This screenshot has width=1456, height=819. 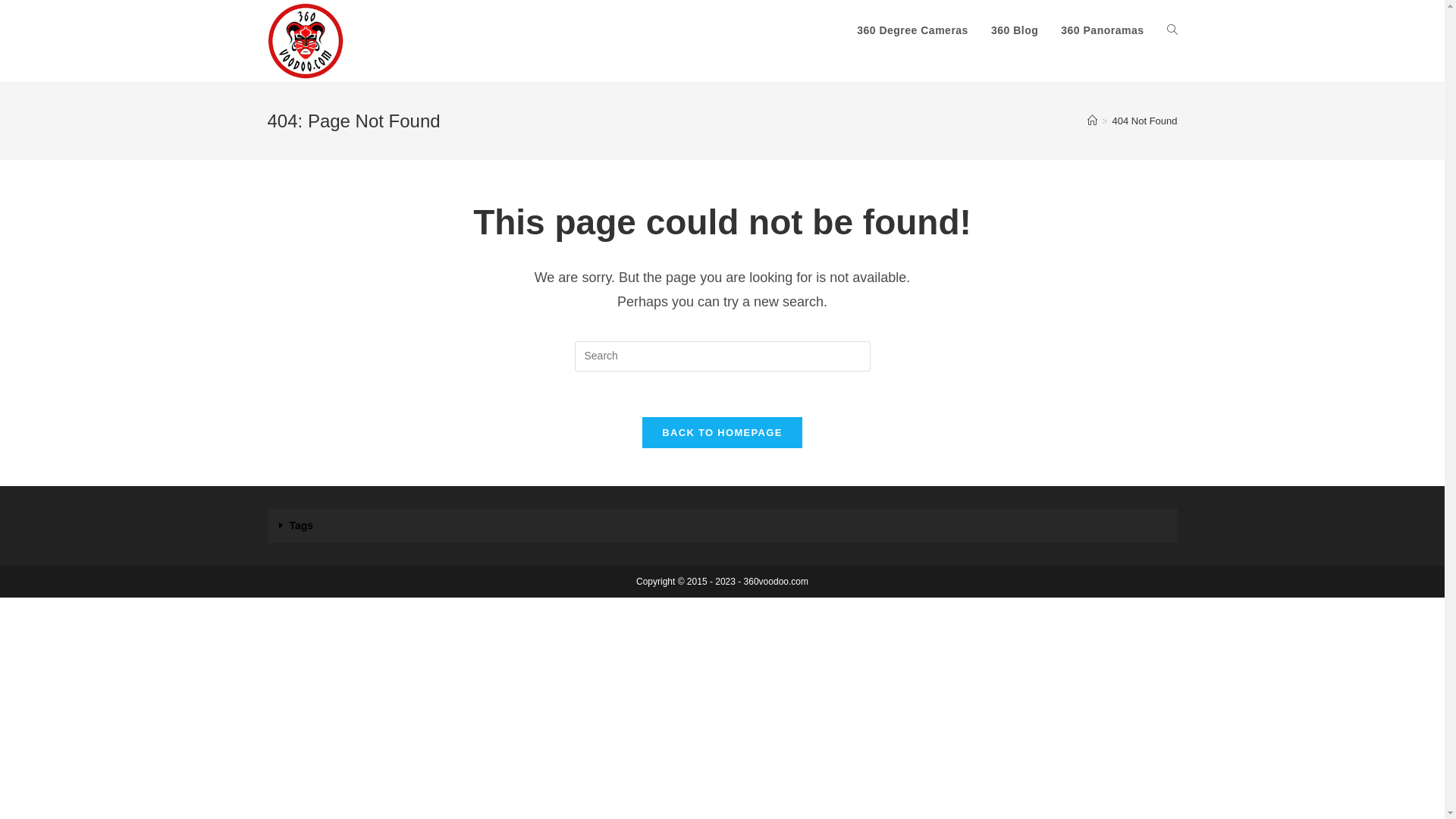 I want to click on '360voodoo.com', so click(x=776, y=581).